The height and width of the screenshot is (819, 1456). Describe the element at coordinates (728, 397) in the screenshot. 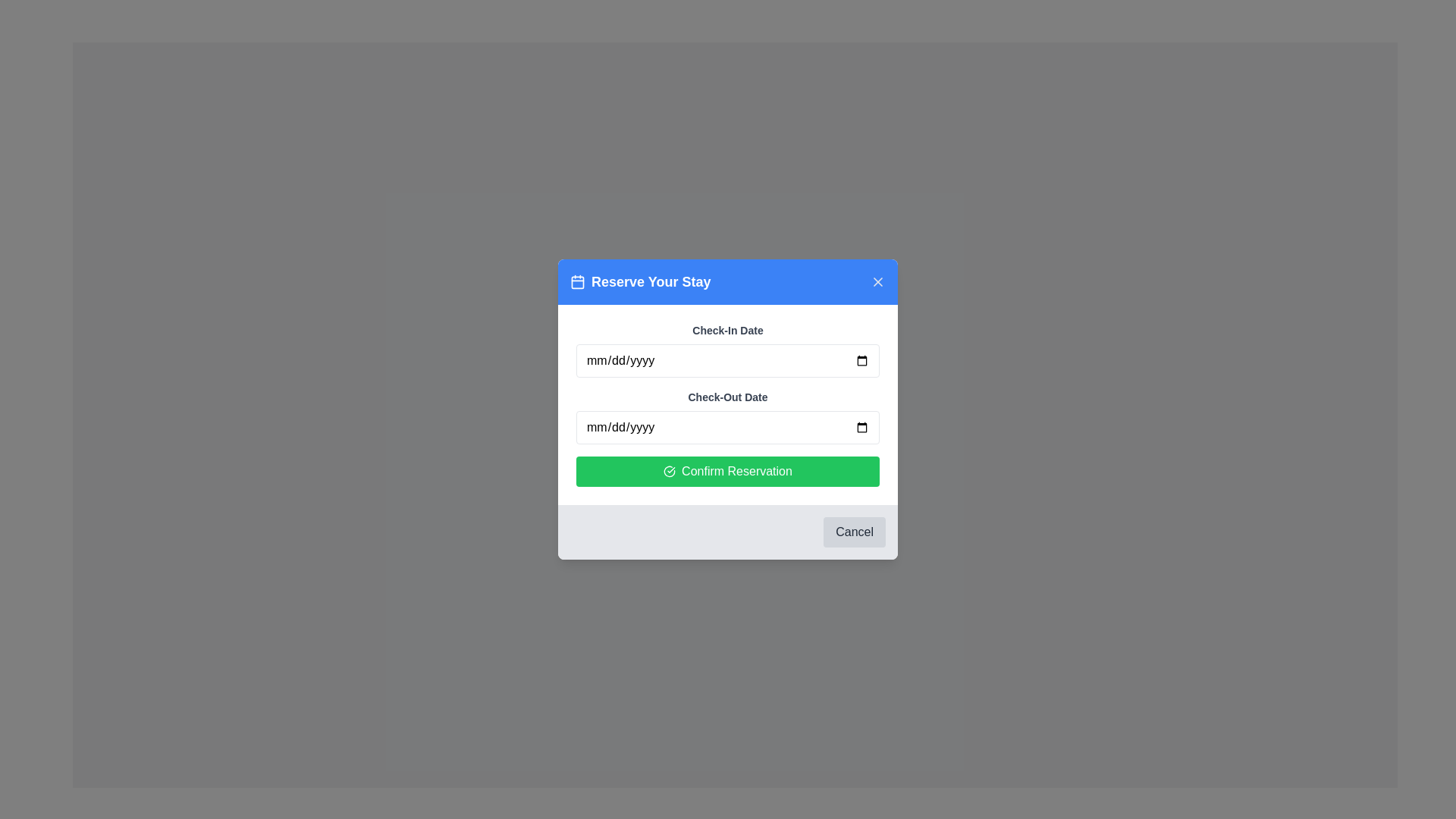

I see `the label that describes the check-out date input field in the 'Reserve Your Stay' modal interface` at that location.